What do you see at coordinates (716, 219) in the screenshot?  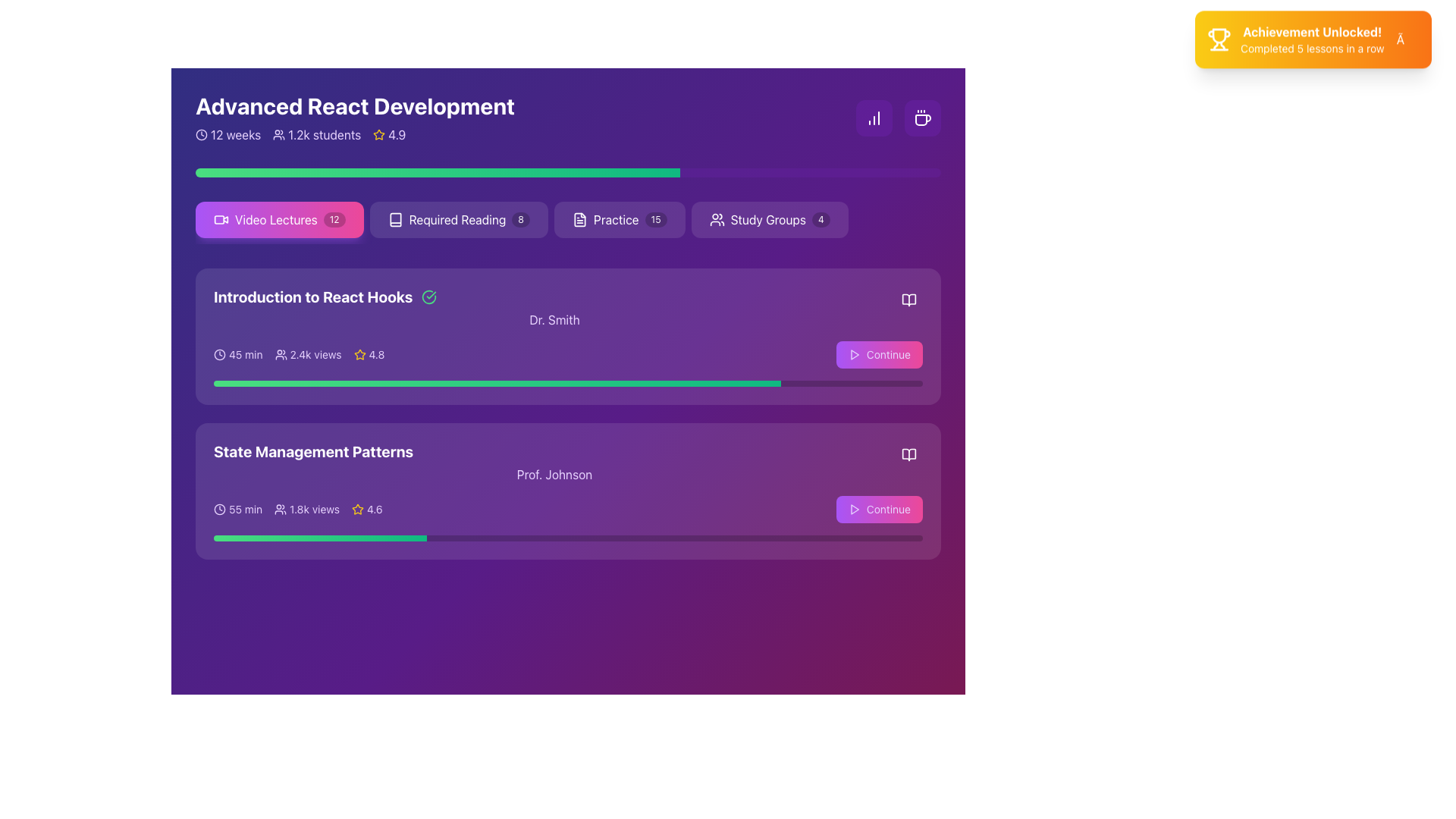 I see `the icon depicting two user figures located on the leftmost side of the 'Study Groups 4' button` at bounding box center [716, 219].